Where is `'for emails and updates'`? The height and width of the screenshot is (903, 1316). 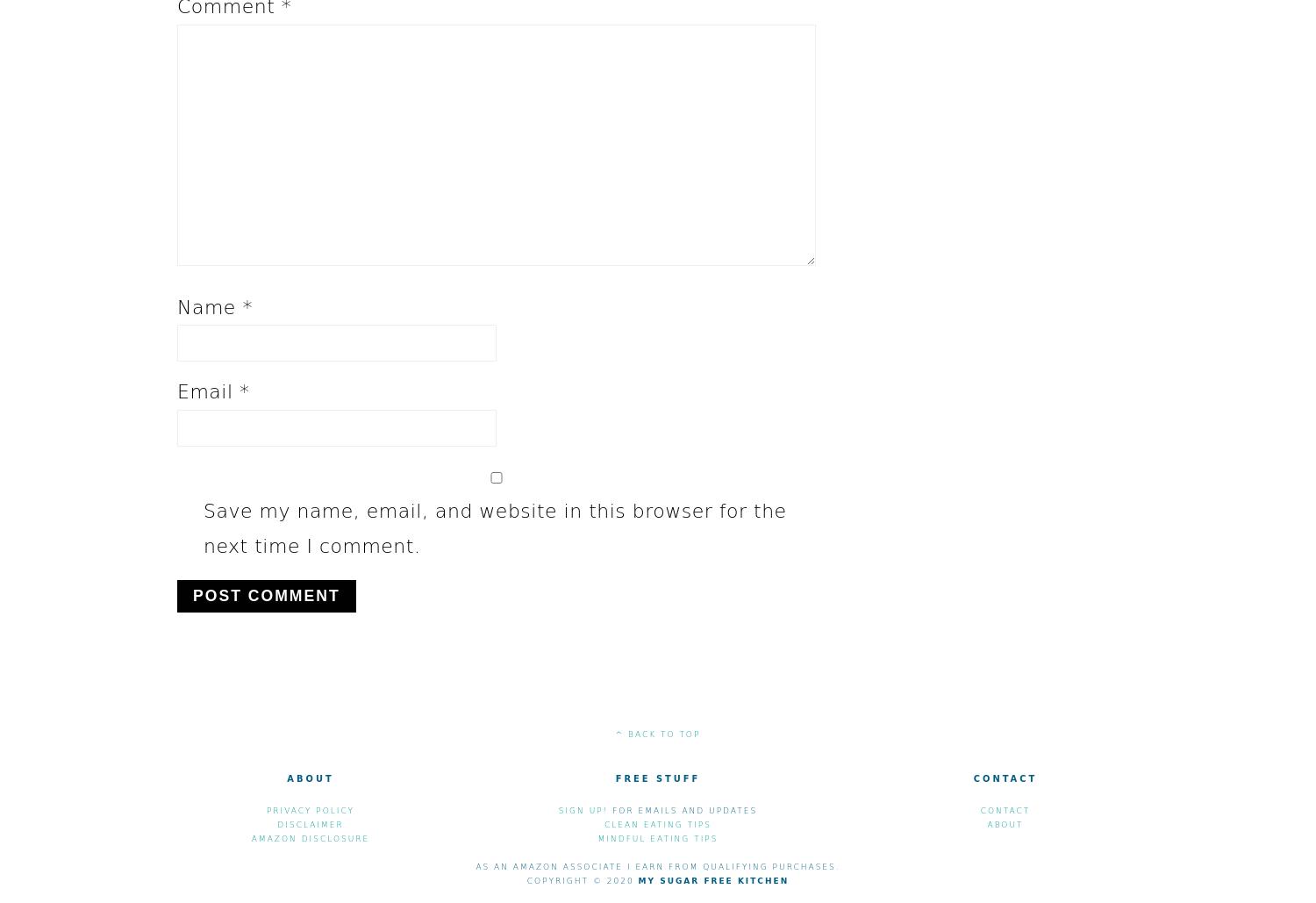
'for emails and updates' is located at coordinates (683, 810).